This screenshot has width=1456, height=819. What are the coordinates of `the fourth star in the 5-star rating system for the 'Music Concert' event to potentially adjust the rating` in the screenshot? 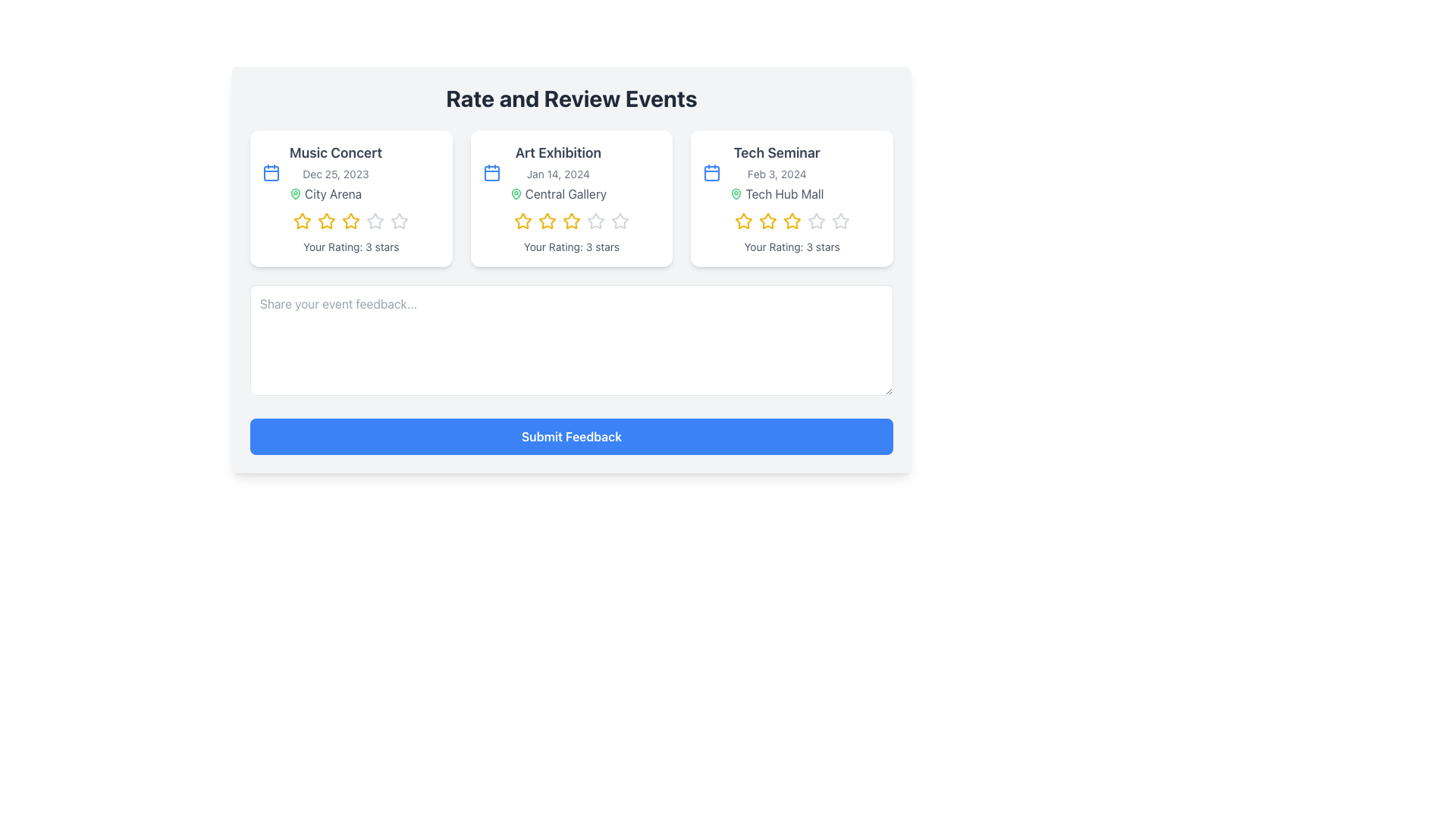 It's located at (375, 221).